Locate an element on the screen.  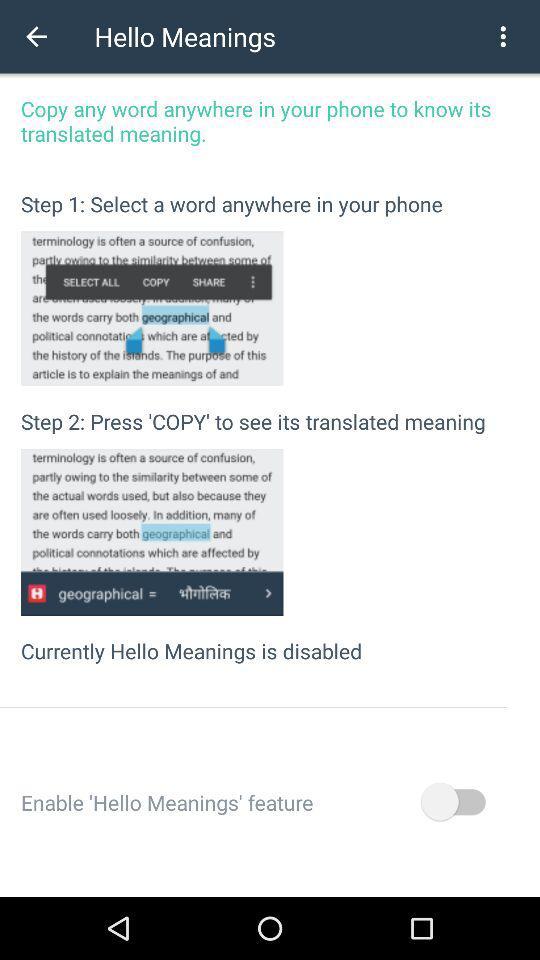
the icon to the right of enable hello meanings item is located at coordinates (452, 802).